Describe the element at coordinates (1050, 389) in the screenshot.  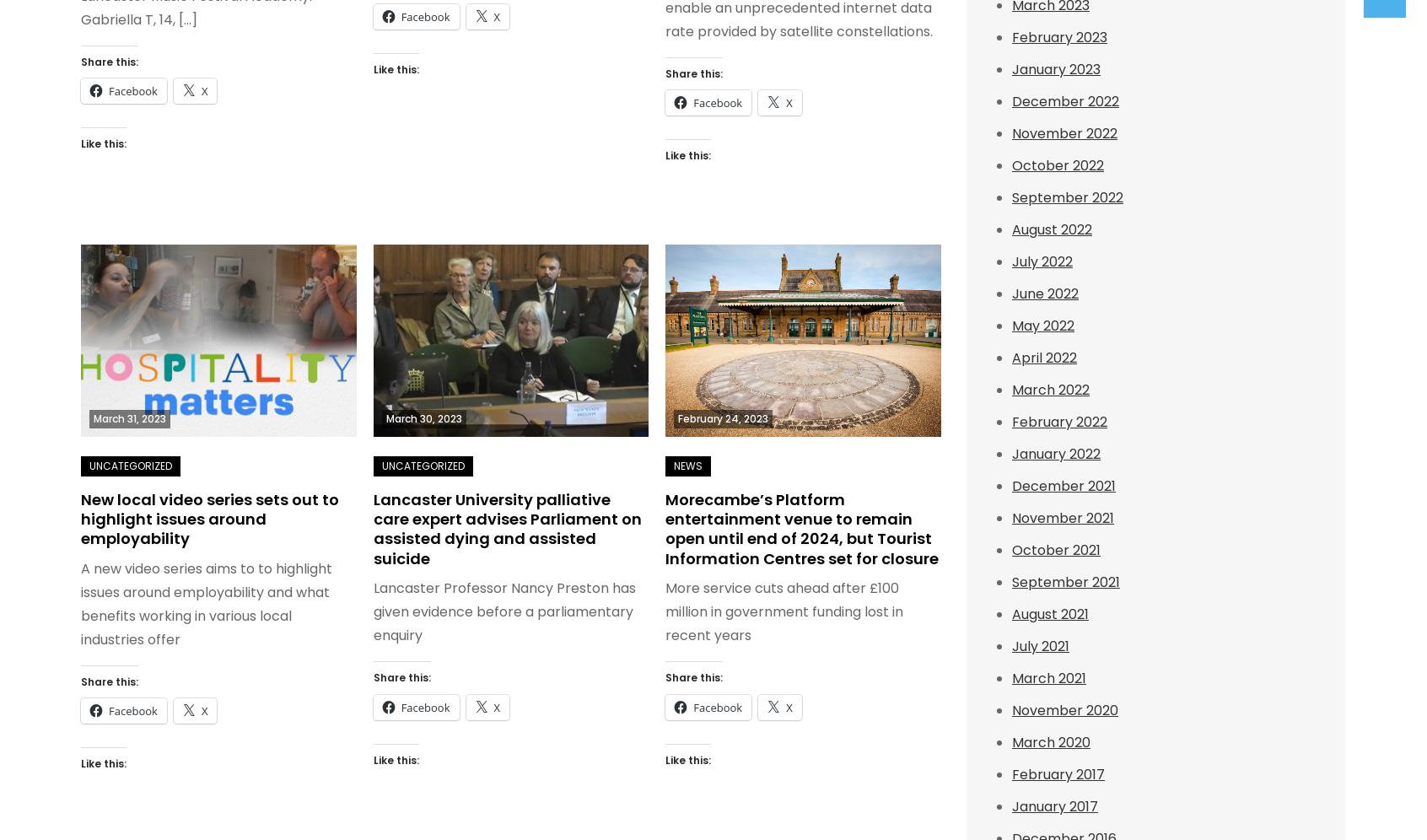
I see `'March 2022'` at that location.